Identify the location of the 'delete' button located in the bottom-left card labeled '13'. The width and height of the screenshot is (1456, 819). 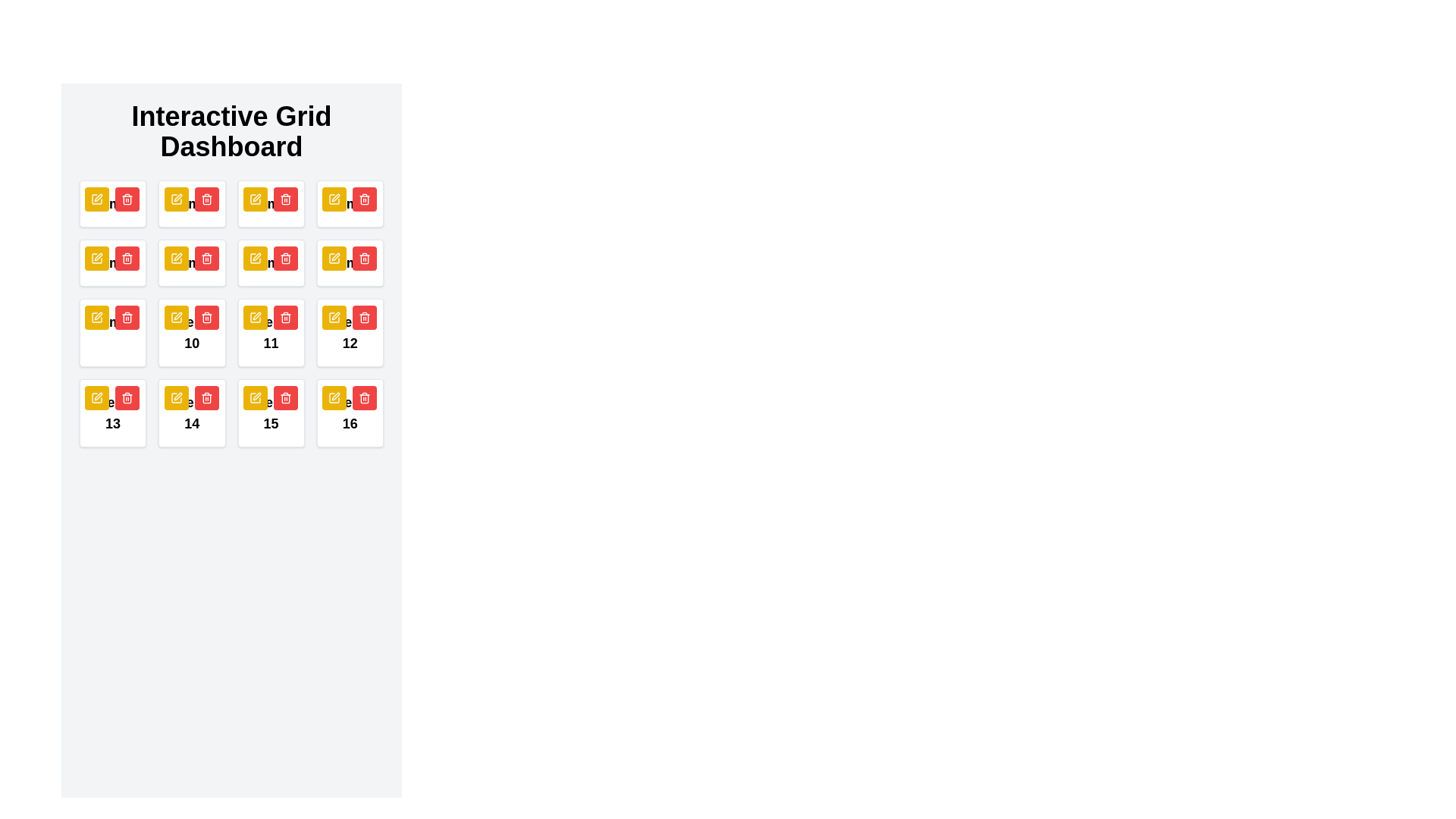
(127, 397).